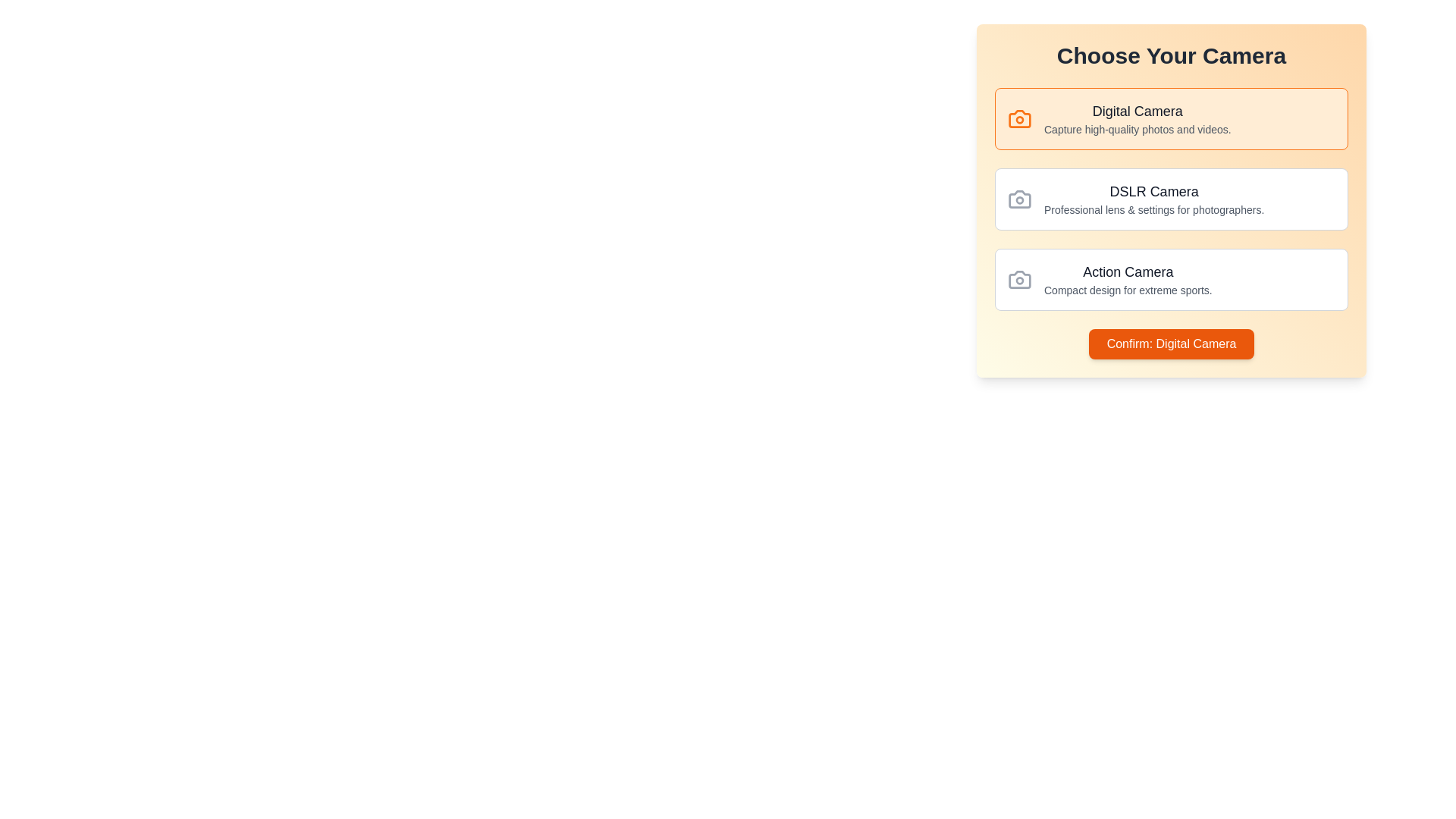 Image resolution: width=1456 pixels, height=819 pixels. Describe the element at coordinates (1128, 280) in the screenshot. I see `the text element that describes the 'Action Camera' option, located in the 'Choose Your Camera' section, between the 'DSLR Camera' card and the 'Confirm: Digital Camera' button` at that location.